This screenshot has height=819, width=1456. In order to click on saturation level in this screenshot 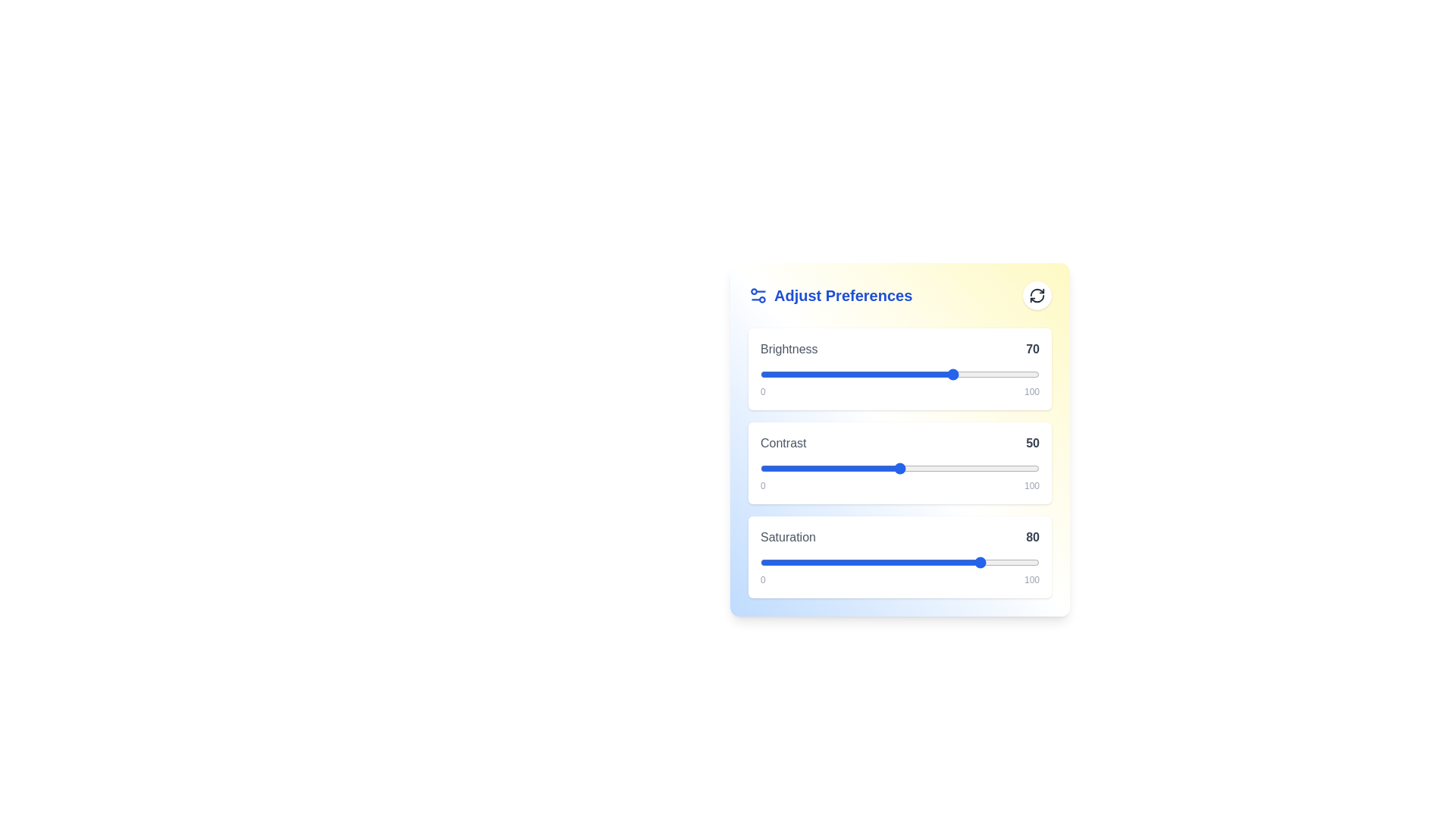, I will do `click(1006, 562)`.